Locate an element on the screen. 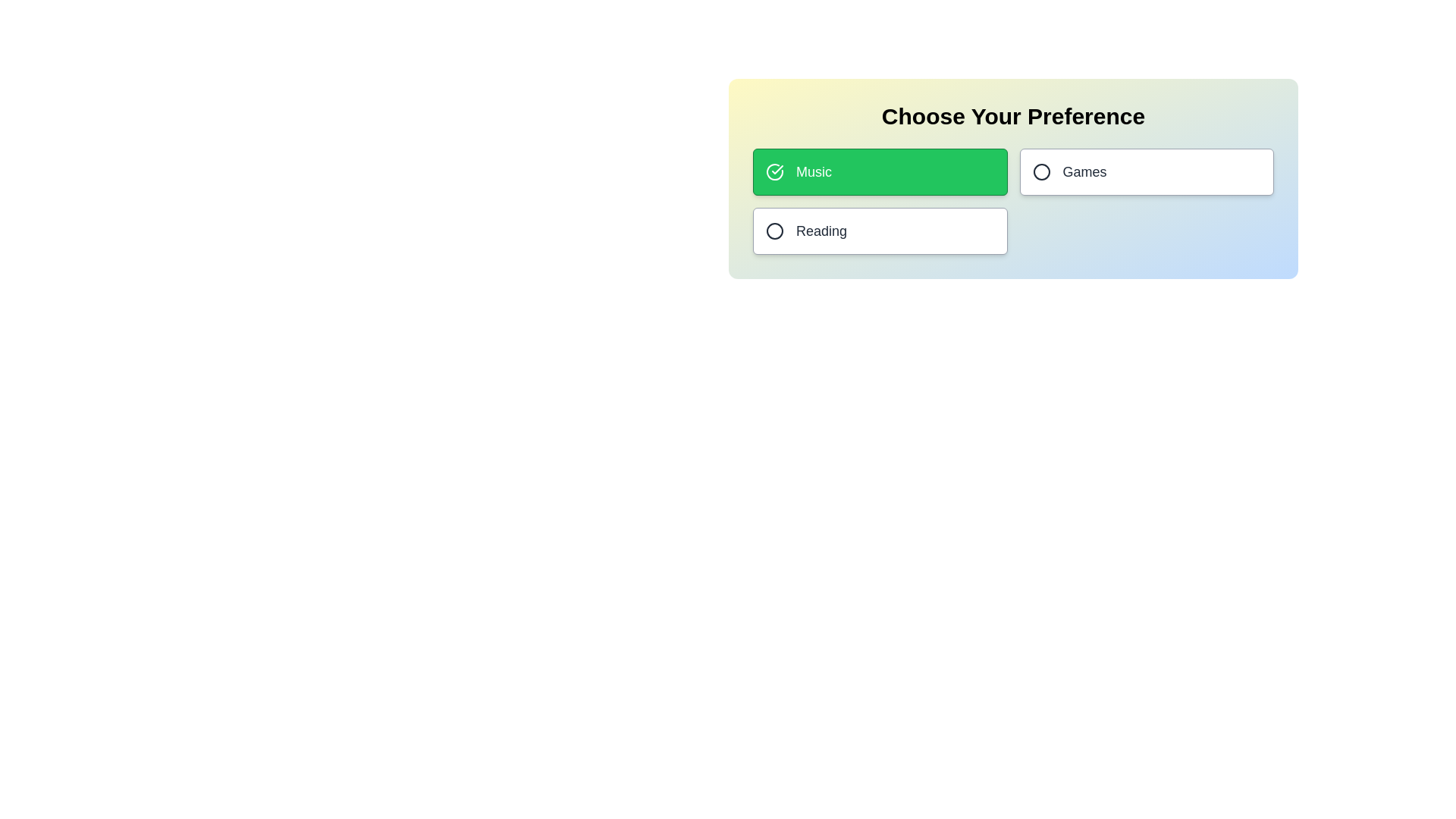  the Circle icon representing the selection status for the 'Games' button is located at coordinates (1040, 171).